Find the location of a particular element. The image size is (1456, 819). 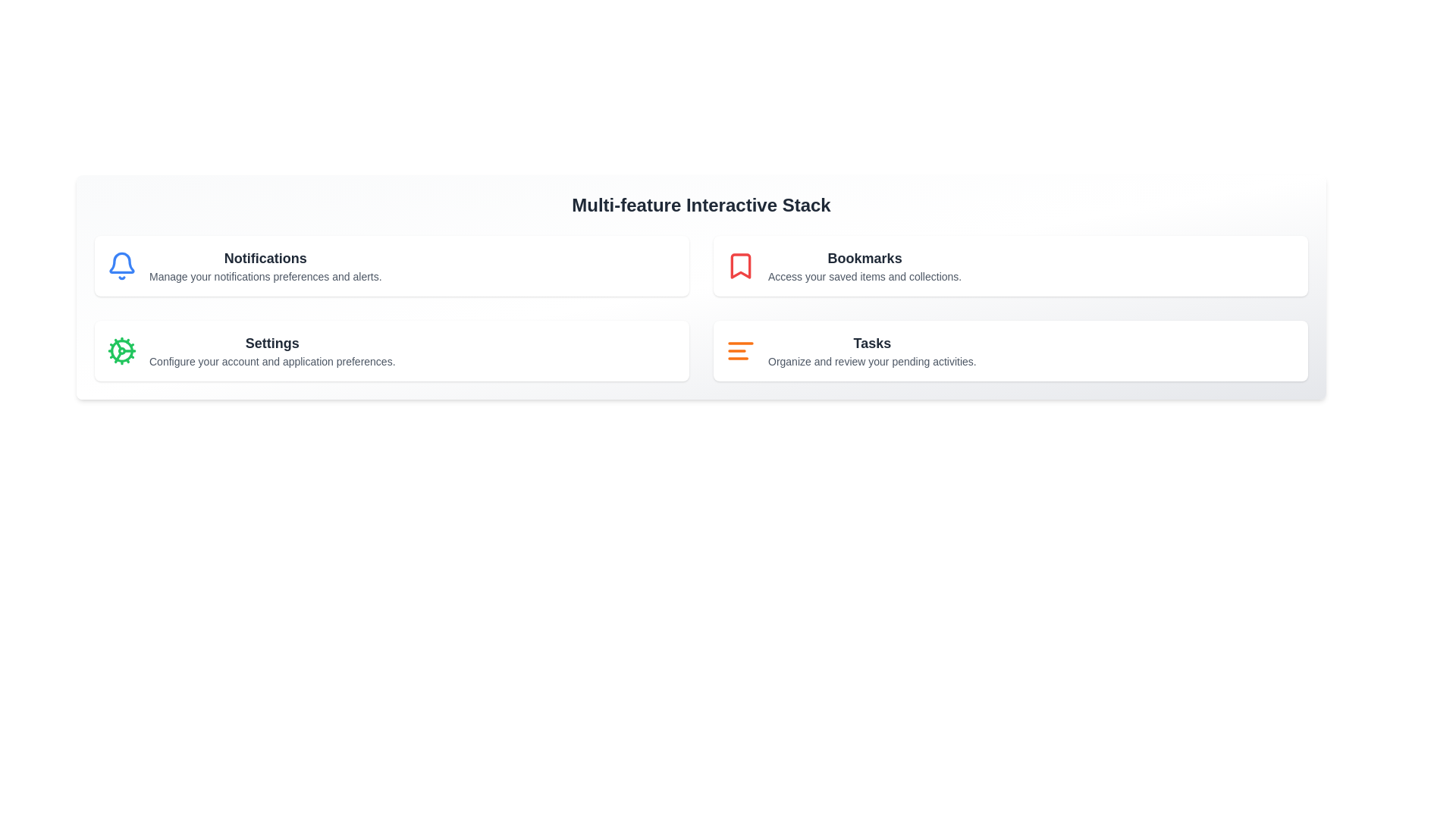

the 'Tasks' informational card, which is the fourth item in a grid layout, located to the right of the 'Settings' box and below the 'Bookmarks' box is located at coordinates (1011, 350).